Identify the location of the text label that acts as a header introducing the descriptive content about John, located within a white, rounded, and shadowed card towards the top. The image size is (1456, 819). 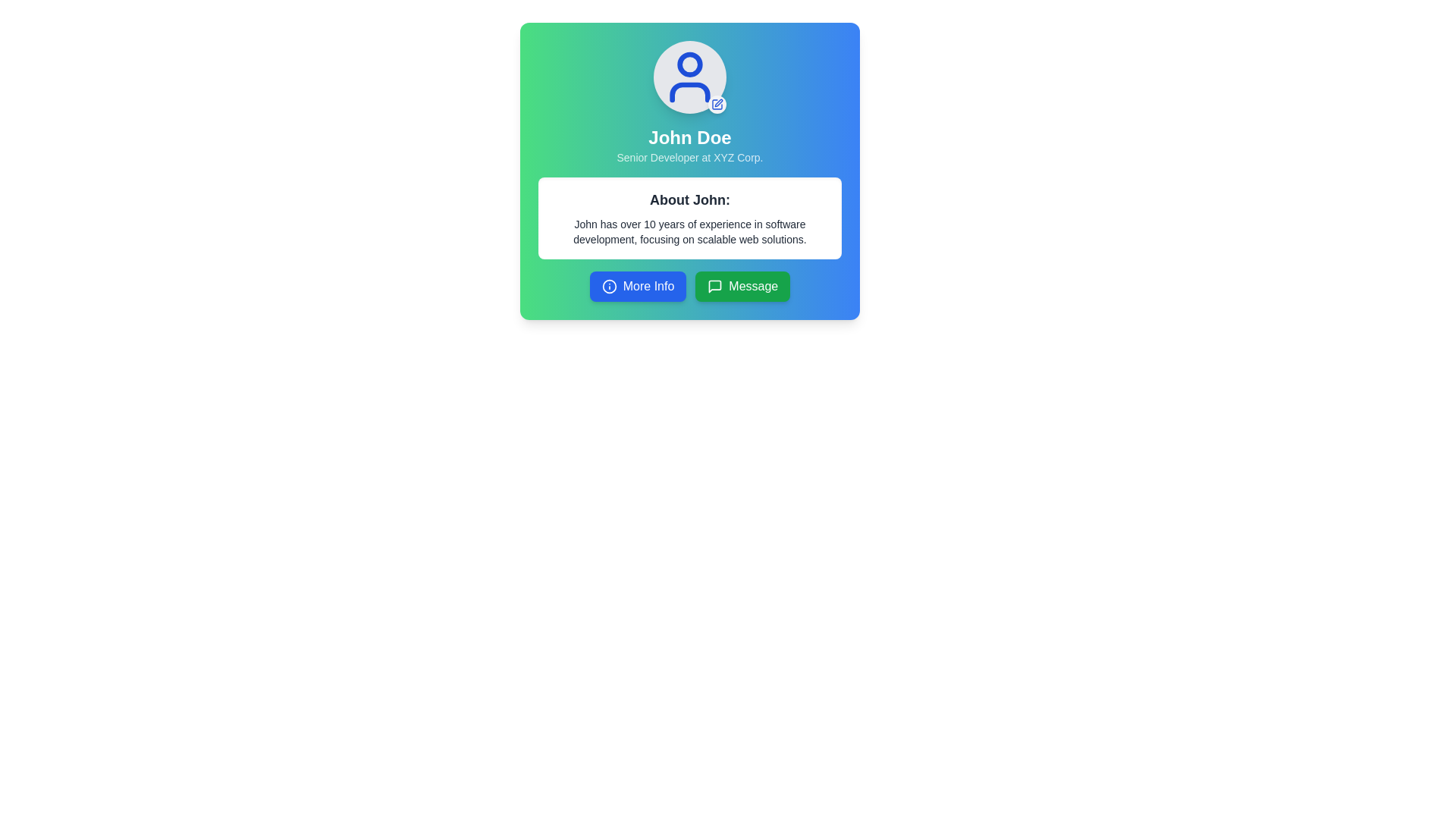
(689, 199).